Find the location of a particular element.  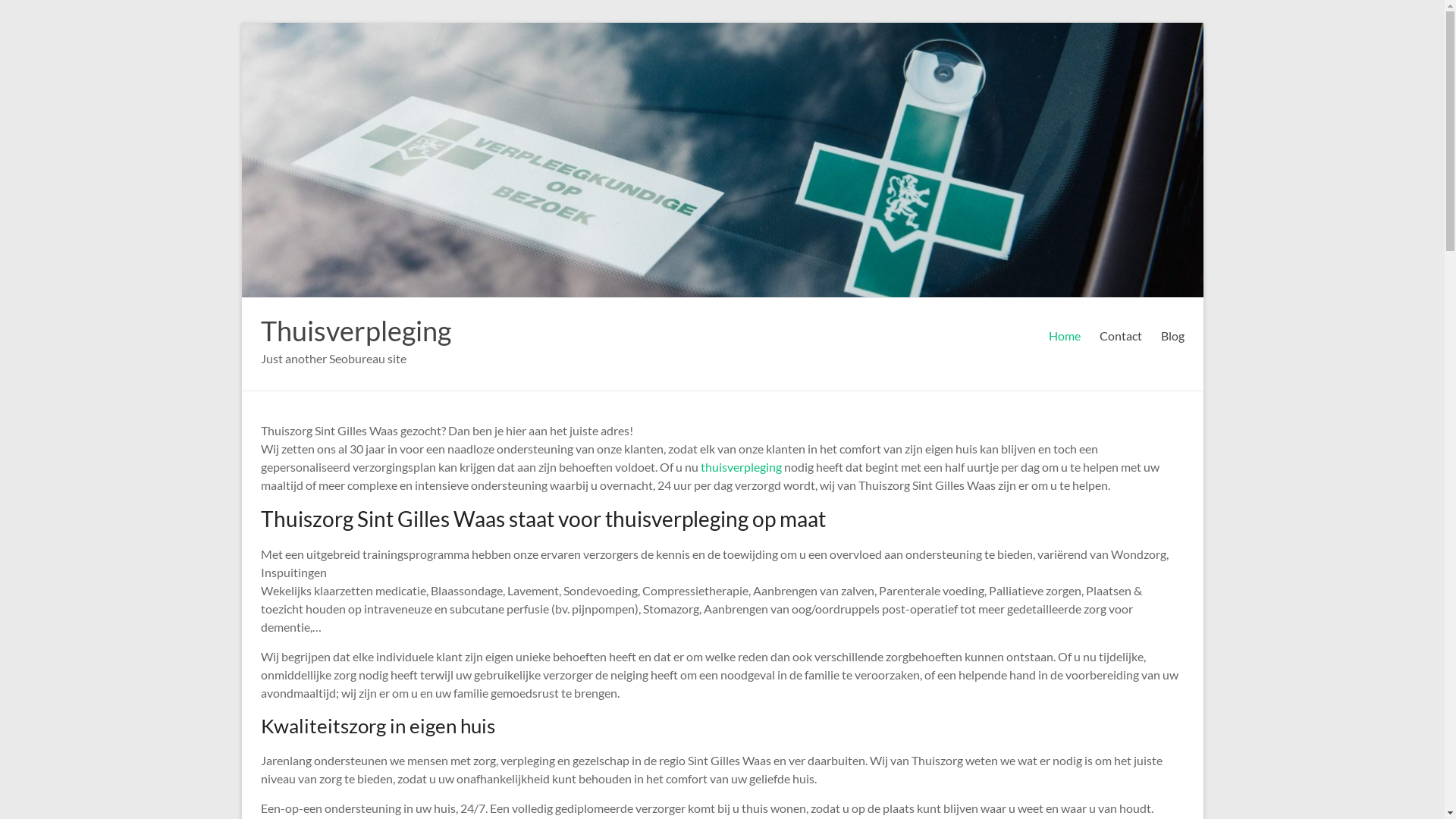

'Blog' is located at coordinates (1171, 335).